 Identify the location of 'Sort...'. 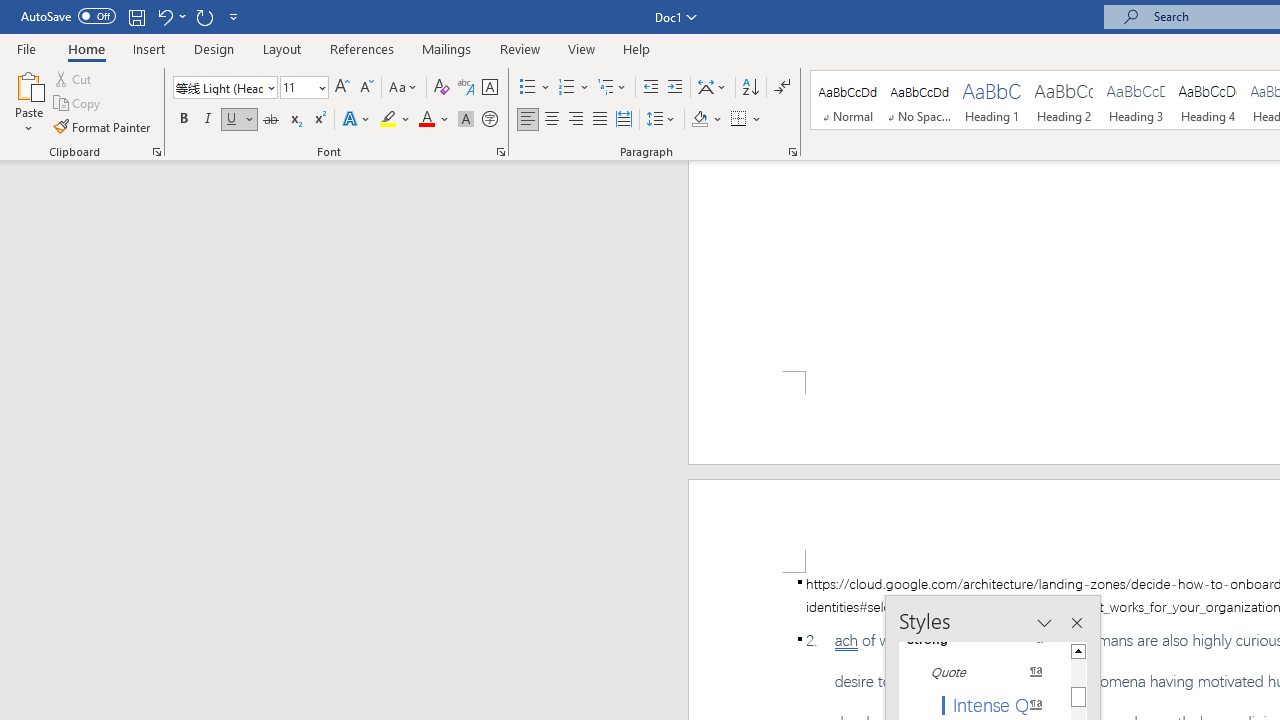
(749, 86).